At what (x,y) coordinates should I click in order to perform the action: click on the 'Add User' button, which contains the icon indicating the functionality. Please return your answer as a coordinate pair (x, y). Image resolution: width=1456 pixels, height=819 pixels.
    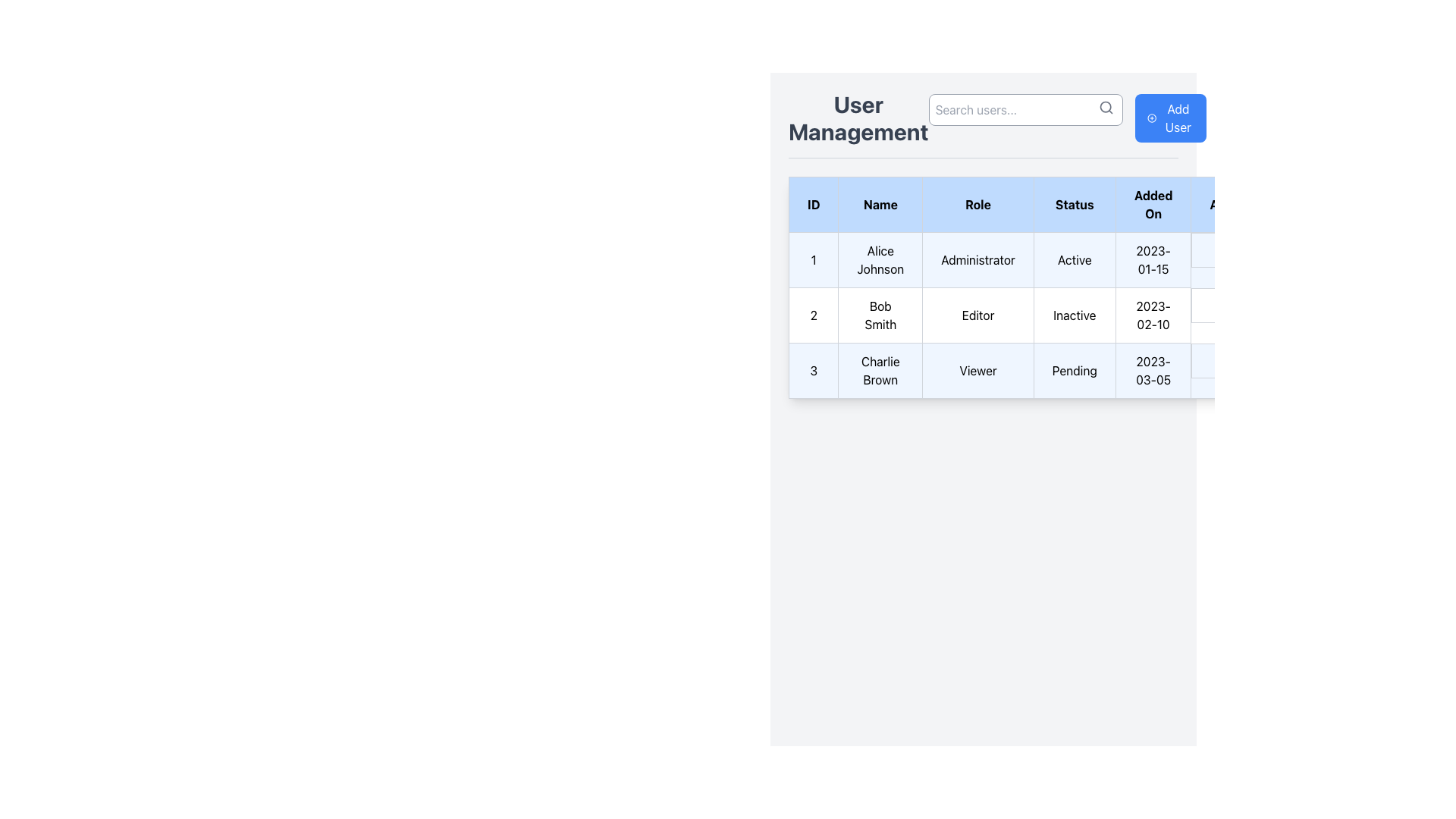
    Looking at the image, I should click on (1150, 117).